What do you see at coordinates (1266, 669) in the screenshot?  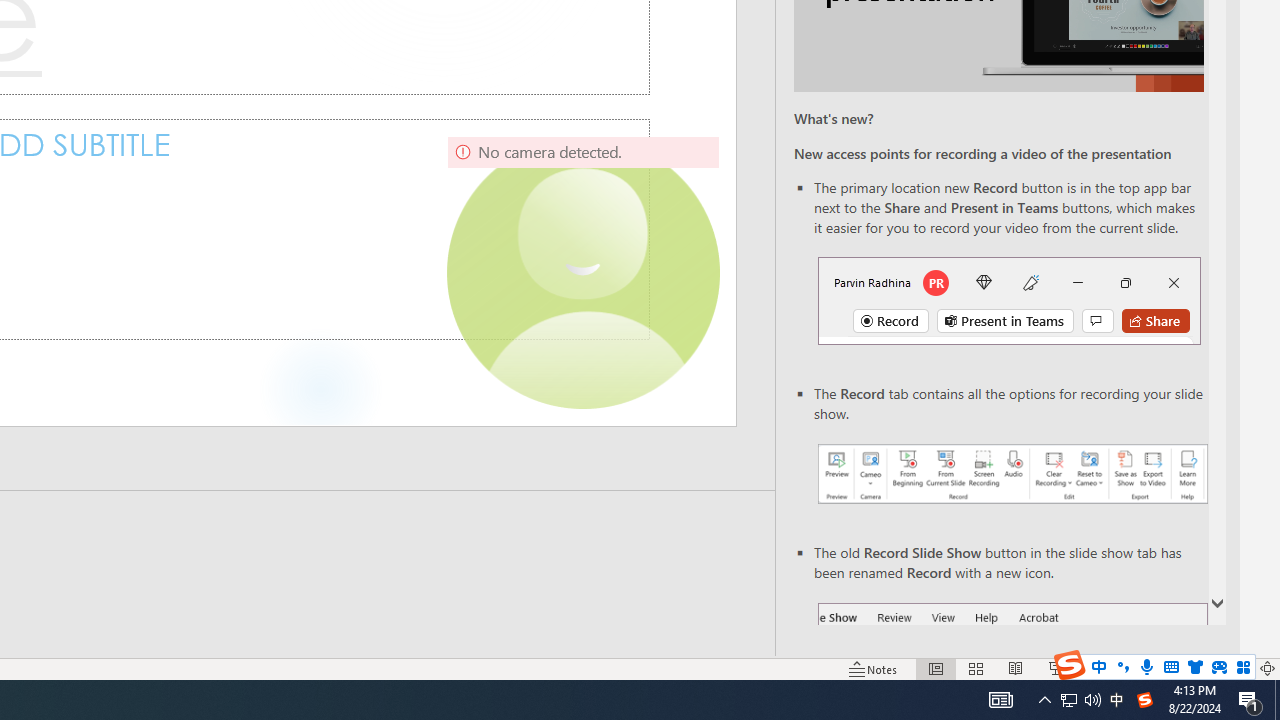 I see `'Zoom to Fit '` at bounding box center [1266, 669].